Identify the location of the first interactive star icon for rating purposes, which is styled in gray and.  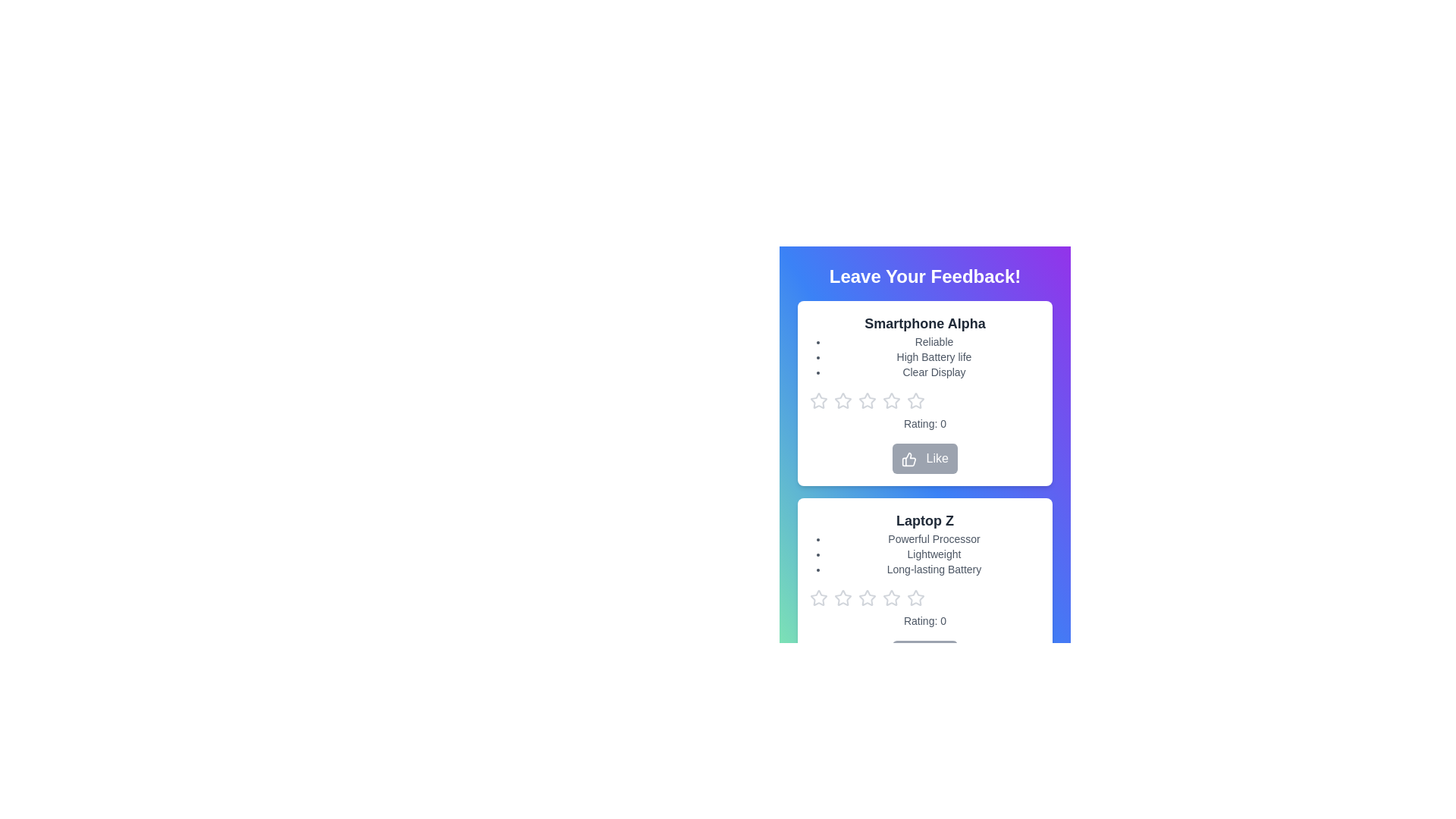
(818, 598).